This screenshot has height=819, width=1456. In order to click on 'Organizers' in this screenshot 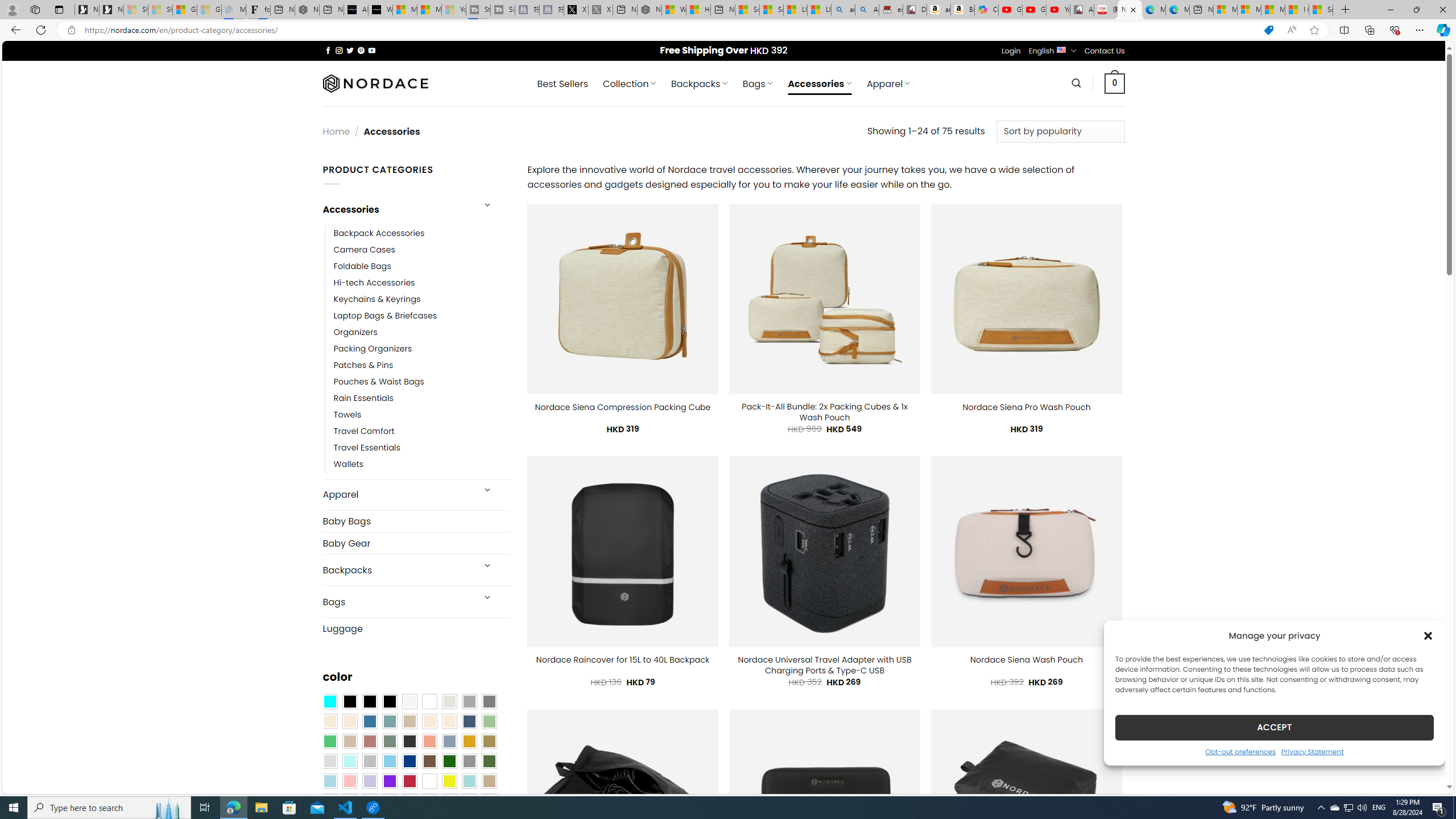, I will do `click(354, 333)`.